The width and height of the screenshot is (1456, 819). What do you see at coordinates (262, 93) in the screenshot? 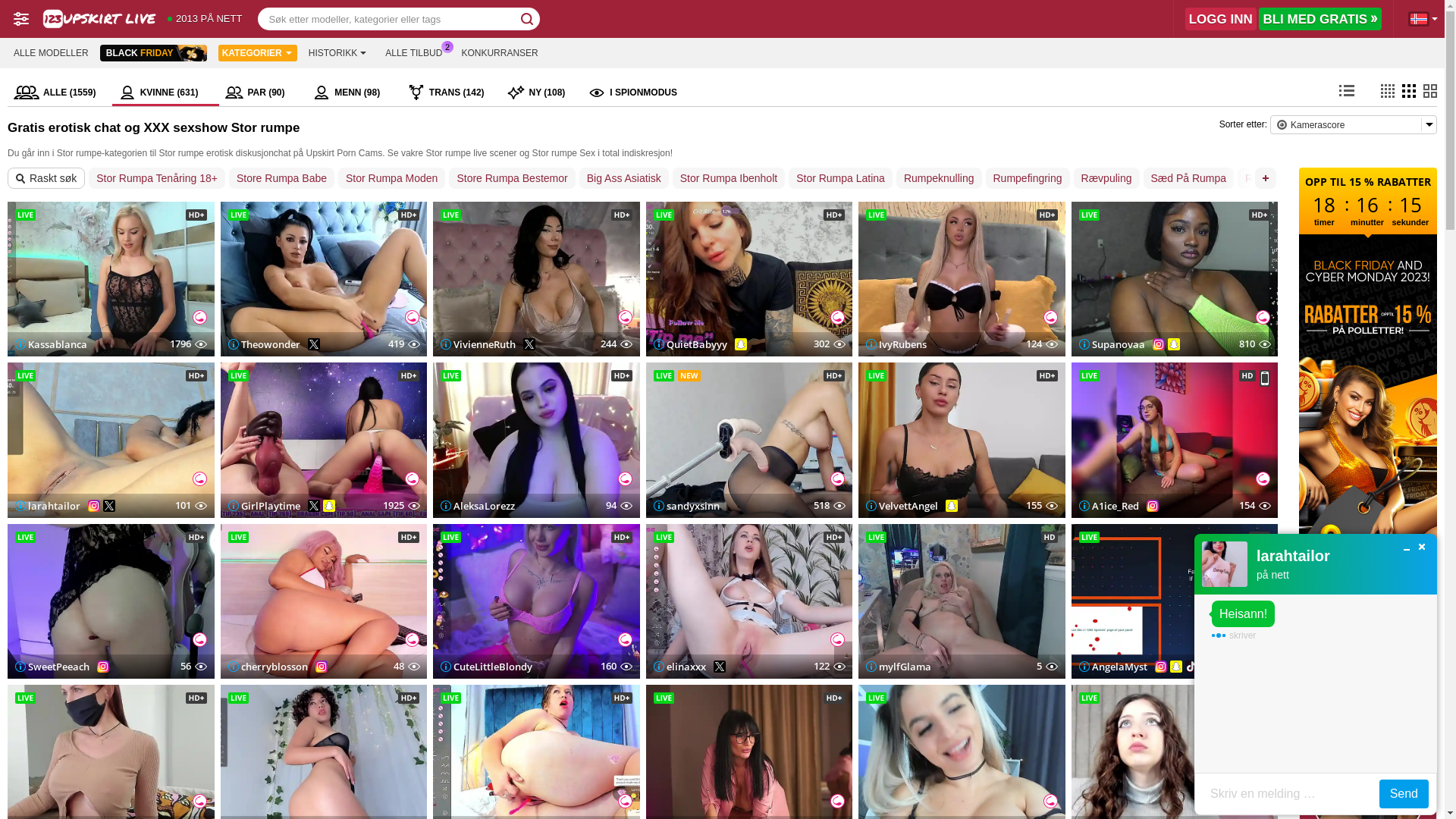
I see `'PAR (90)'` at bounding box center [262, 93].